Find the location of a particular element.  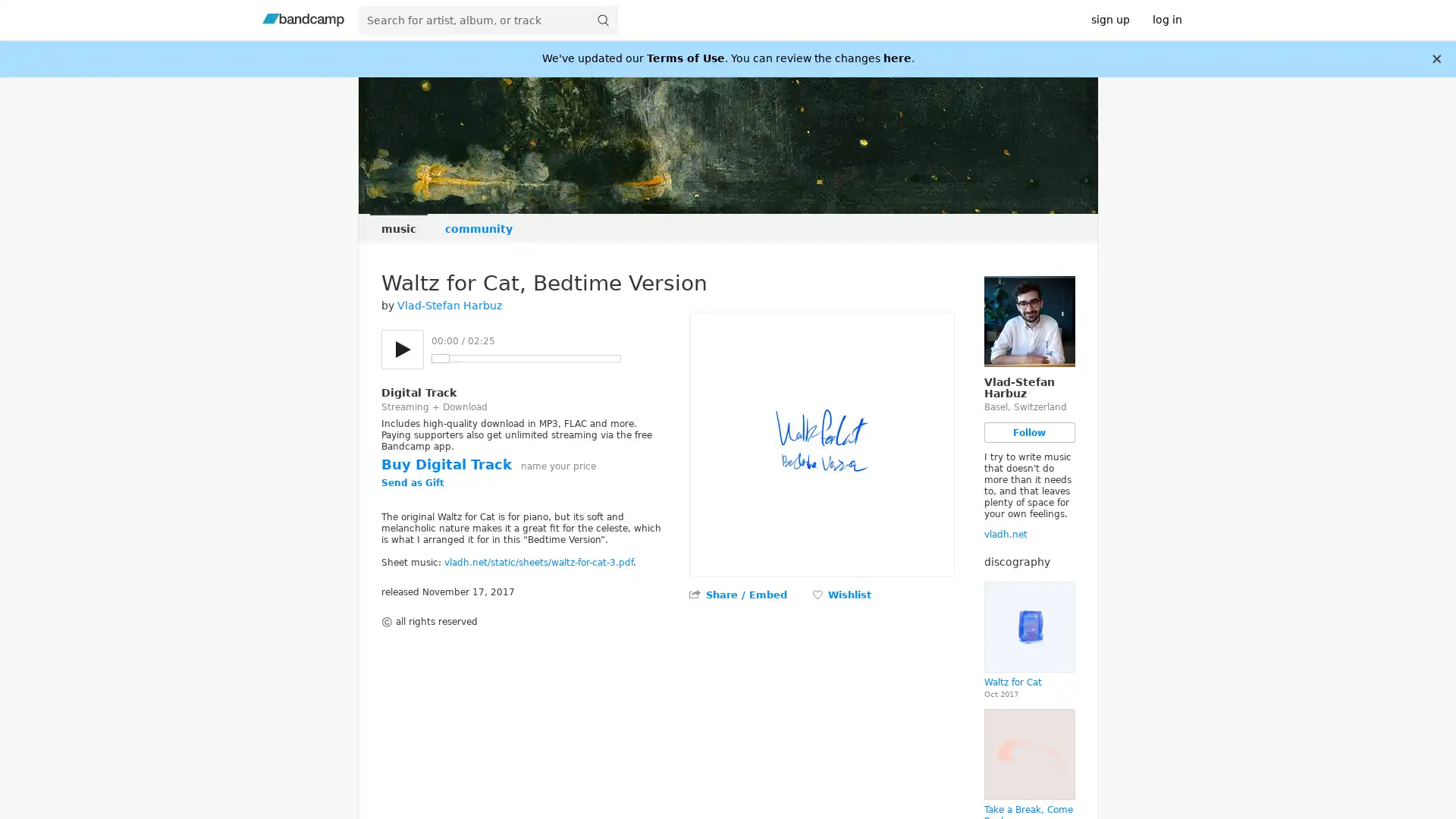

Digital Track is located at coordinates (418, 391).